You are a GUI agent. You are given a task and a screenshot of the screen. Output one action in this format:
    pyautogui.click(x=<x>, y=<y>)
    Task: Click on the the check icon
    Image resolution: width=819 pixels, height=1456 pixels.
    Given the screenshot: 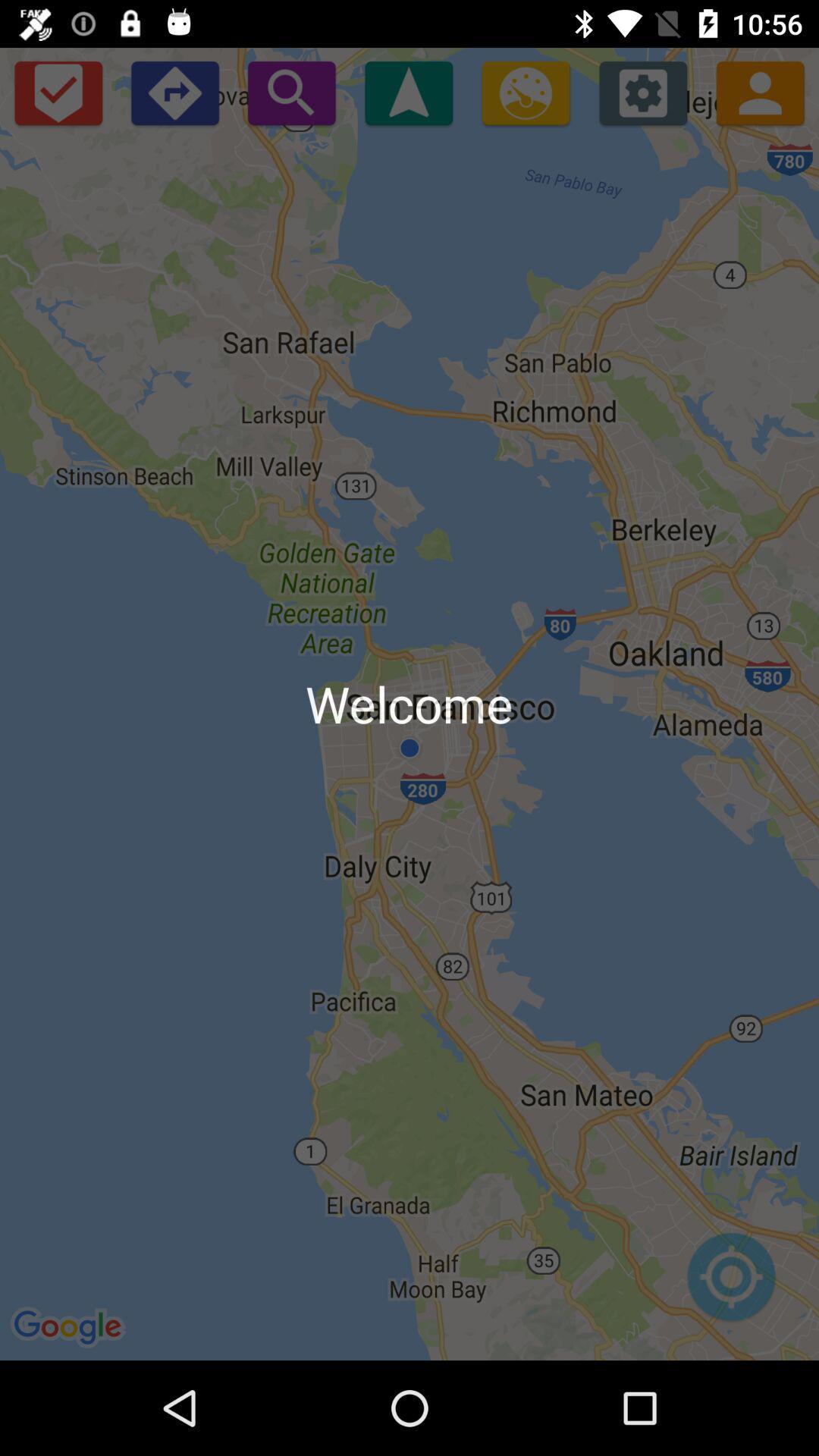 What is the action you would take?
    pyautogui.click(x=57, y=92)
    